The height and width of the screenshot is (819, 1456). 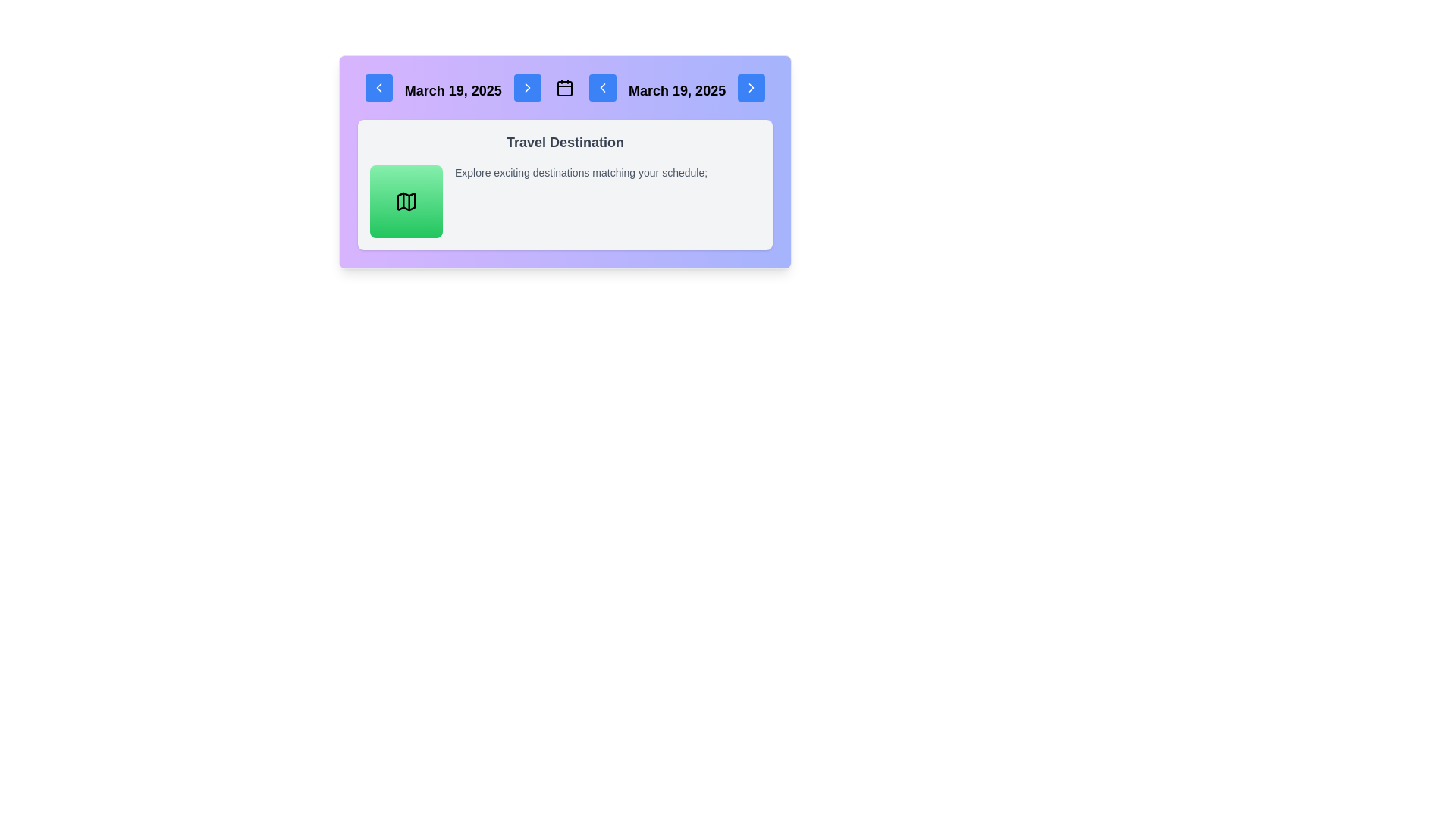 What do you see at coordinates (527, 87) in the screenshot?
I see `the blue rectangular button with rounded corners, featuring a white arrow icon, located in the top section of the interface aligned to the right of 'March 19, 2025'` at bounding box center [527, 87].